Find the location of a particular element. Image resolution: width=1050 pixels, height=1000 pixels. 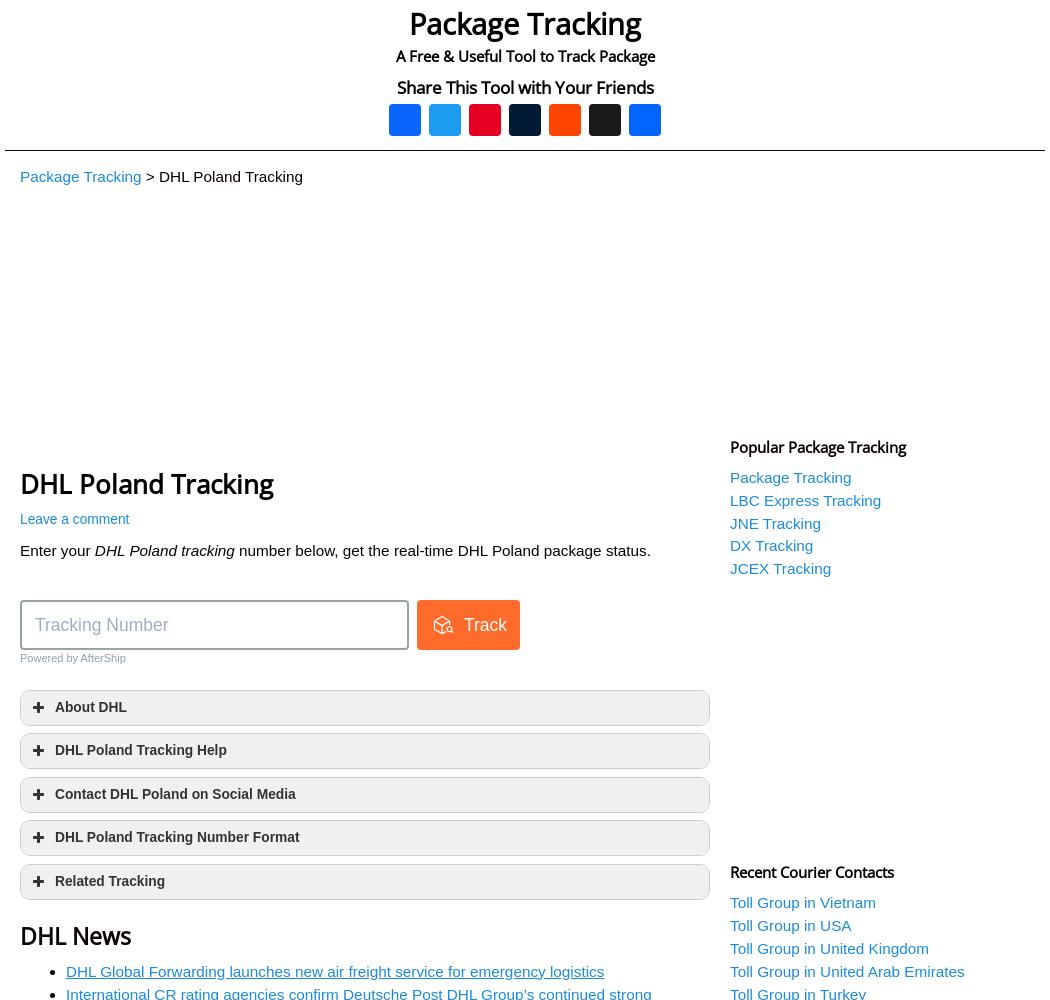

'Toll Group in USA' is located at coordinates (789, 925).